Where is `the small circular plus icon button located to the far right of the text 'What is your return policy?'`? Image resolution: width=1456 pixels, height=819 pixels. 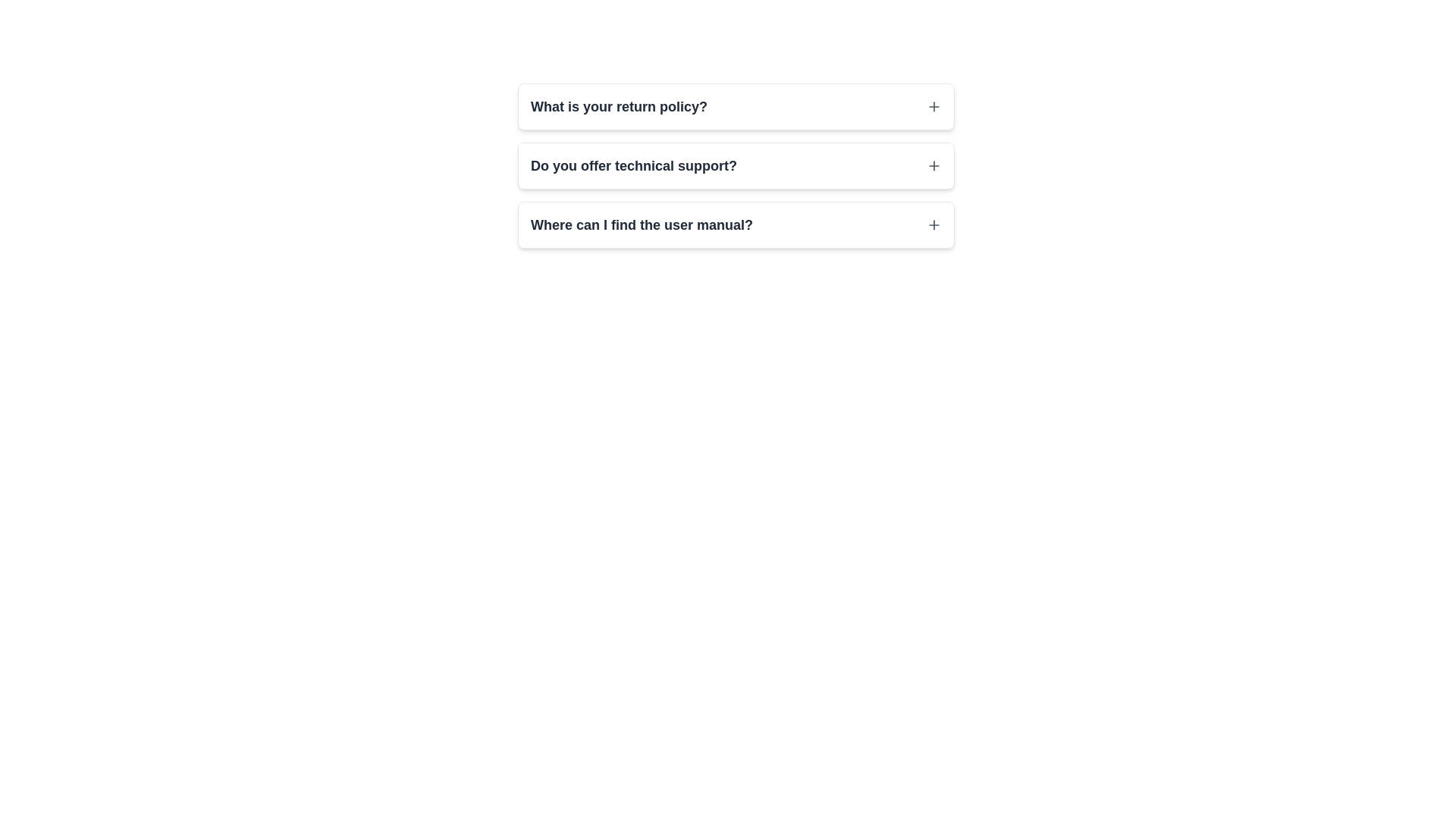 the small circular plus icon button located to the far right of the text 'What is your return policy?' is located at coordinates (934, 106).